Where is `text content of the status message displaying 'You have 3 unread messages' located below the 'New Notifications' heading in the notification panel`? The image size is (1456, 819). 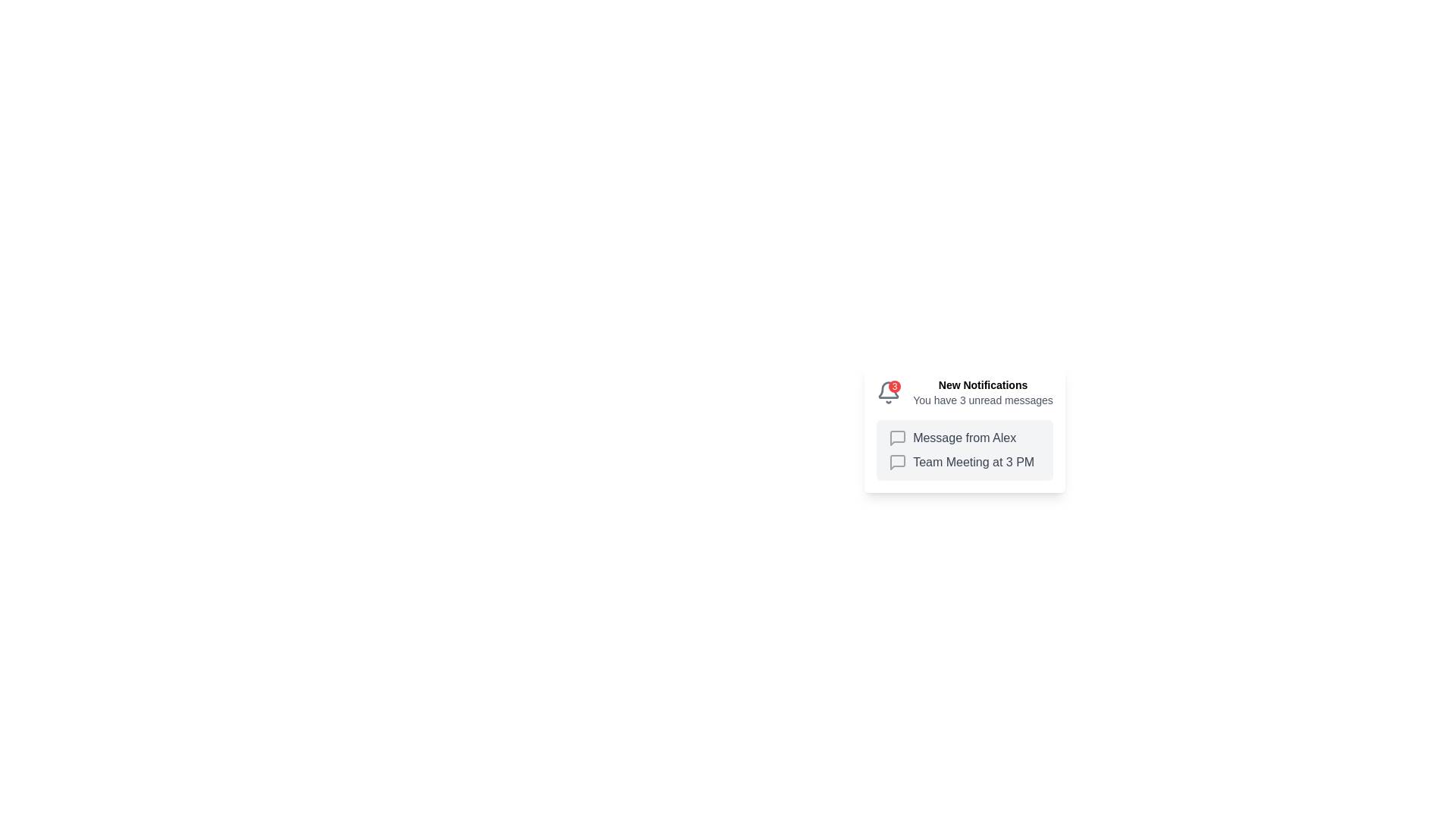
text content of the status message displaying 'You have 3 unread messages' located below the 'New Notifications' heading in the notification panel is located at coordinates (983, 400).